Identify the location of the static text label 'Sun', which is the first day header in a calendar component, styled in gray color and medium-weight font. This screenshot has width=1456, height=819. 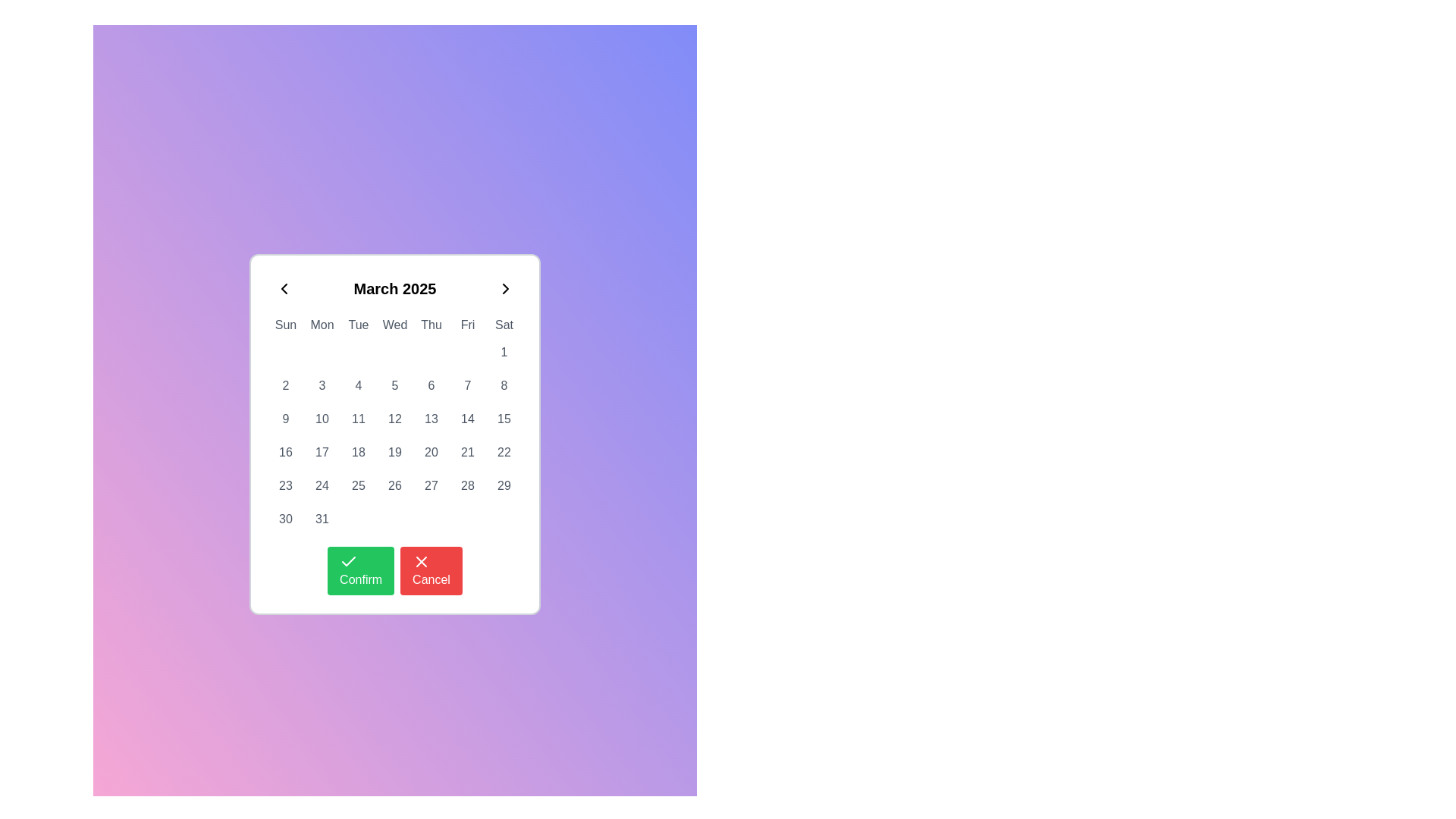
(286, 324).